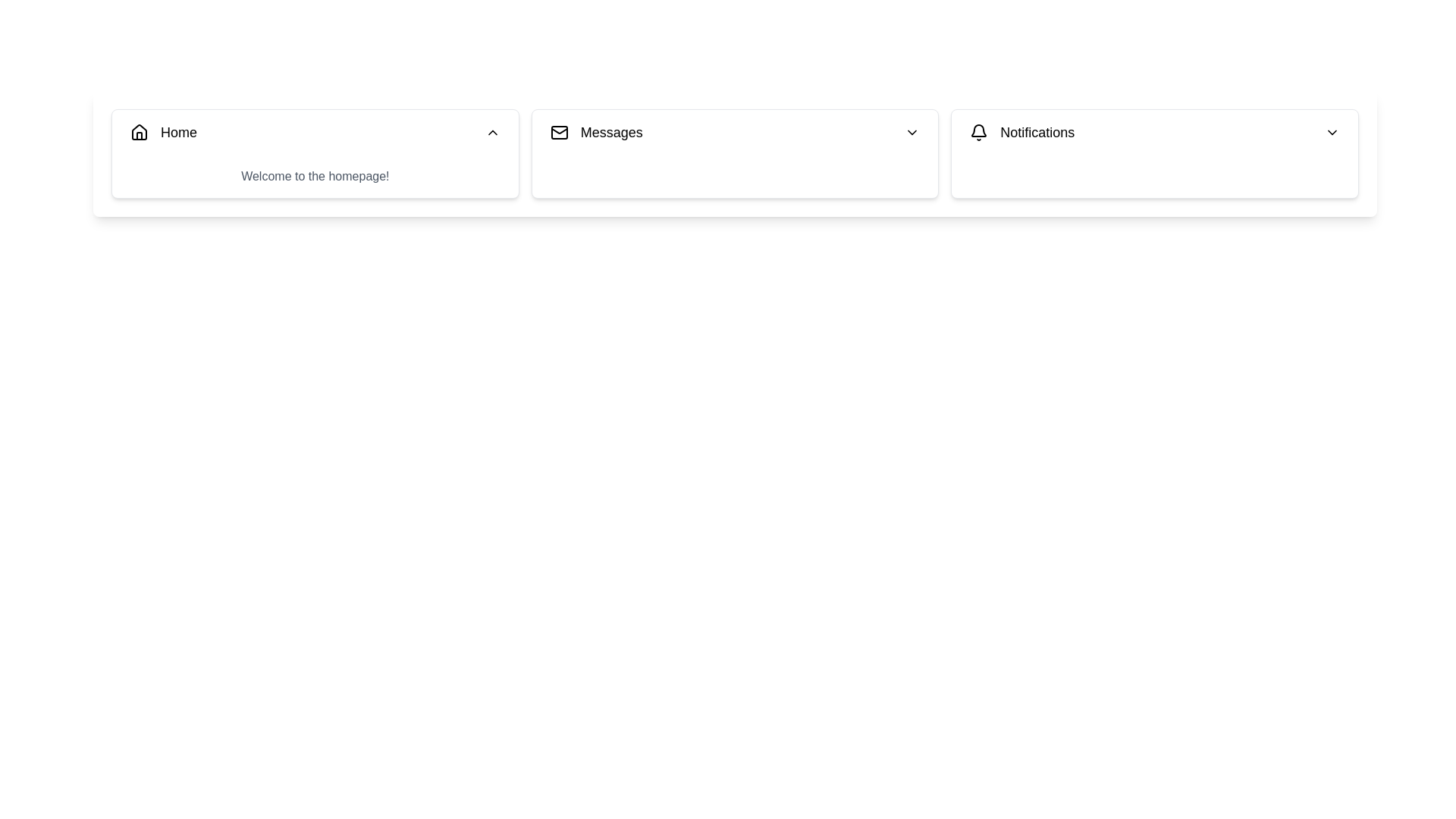 The image size is (1456, 819). What do you see at coordinates (558, 130) in the screenshot?
I see `the stylized envelope shape mail icon located in the center of the 'Messages' panel in the horizontal navigation menu` at bounding box center [558, 130].